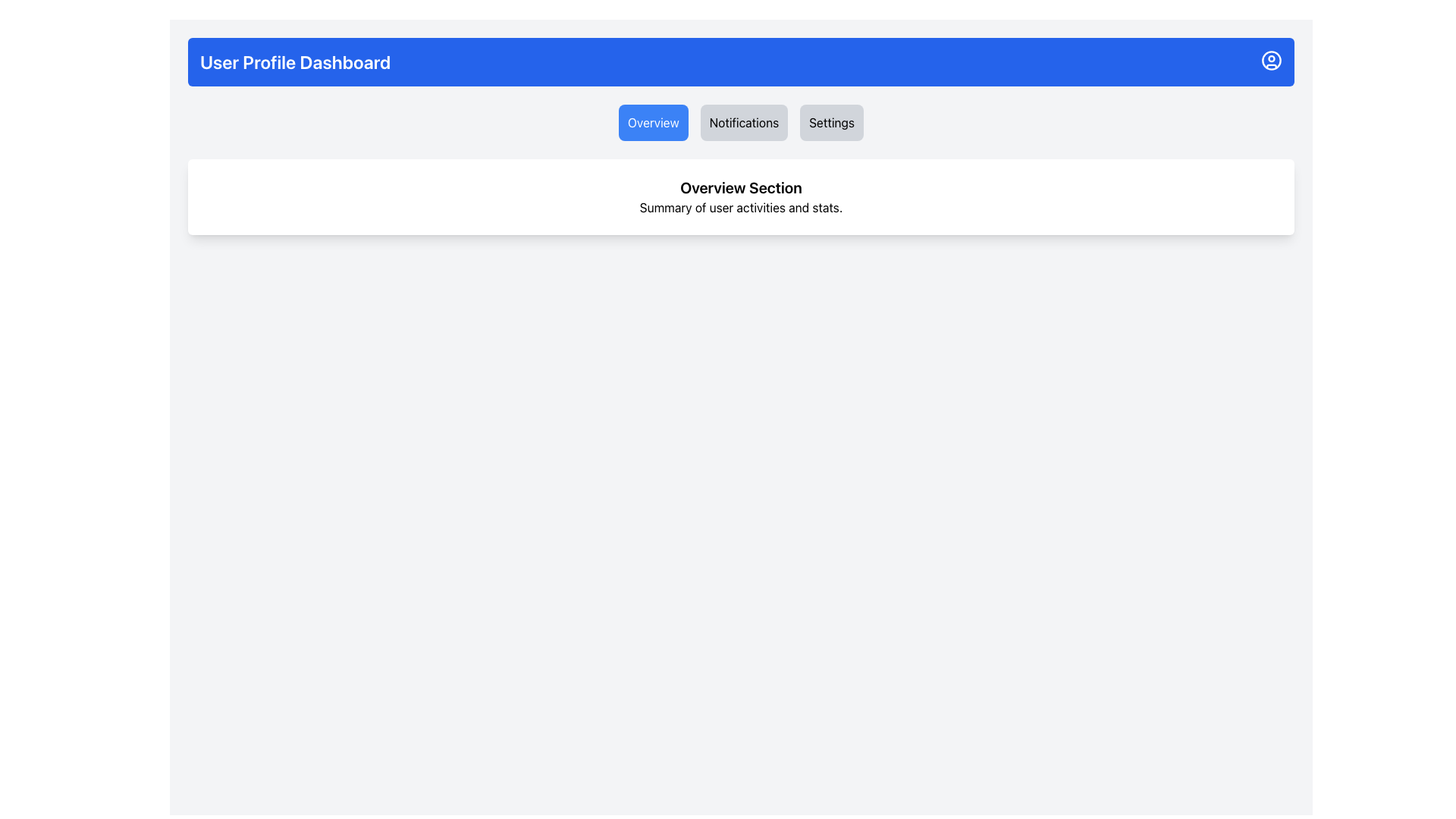 Image resolution: width=1456 pixels, height=819 pixels. I want to click on the Text Label displaying 'Overview Section', which is prominently located above the 'Summary of user activities and stats.', so click(741, 187).